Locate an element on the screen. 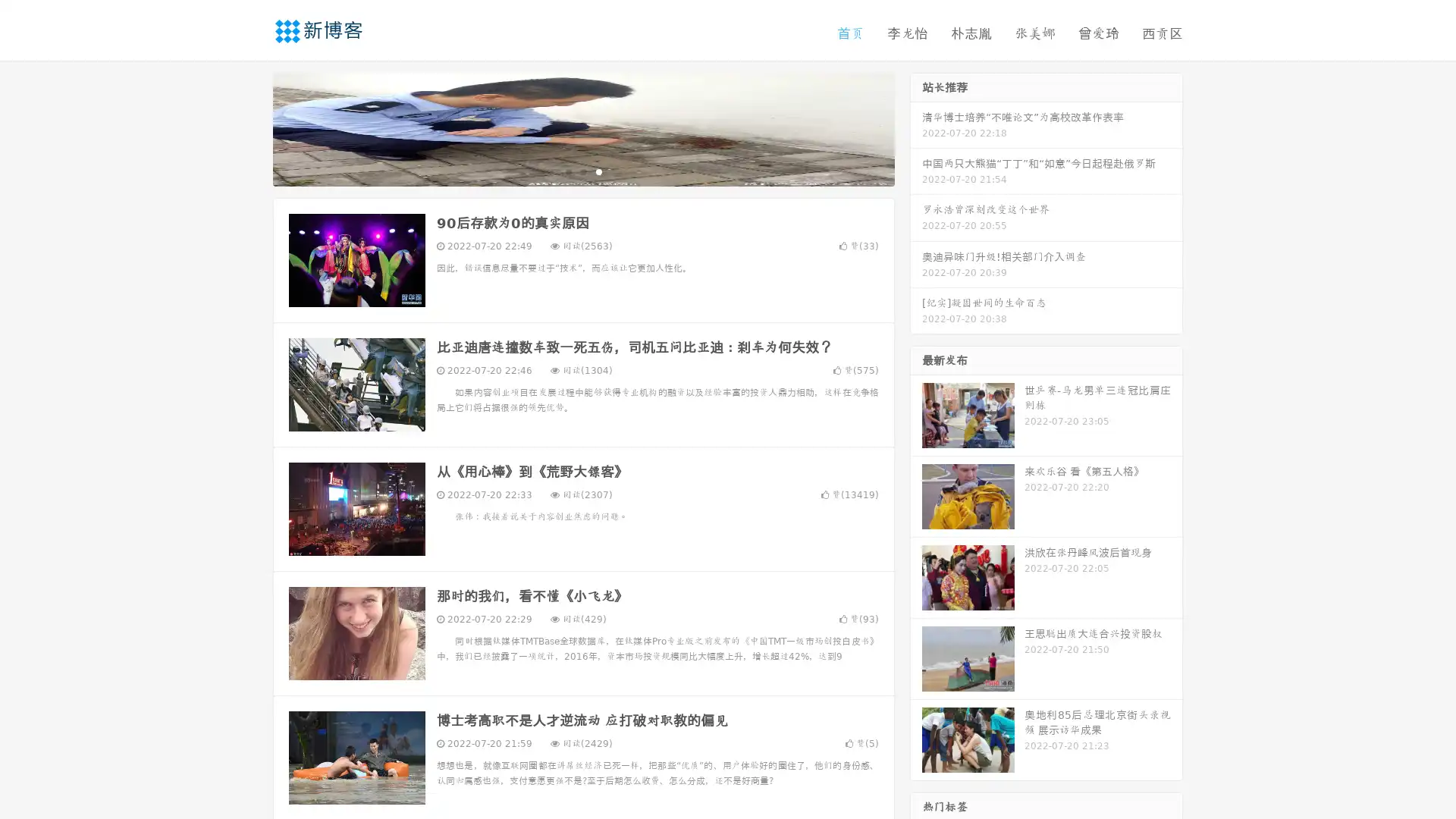 This screenshot has height=819, width=1456. Previous slide is located at coordinates (250, 127).